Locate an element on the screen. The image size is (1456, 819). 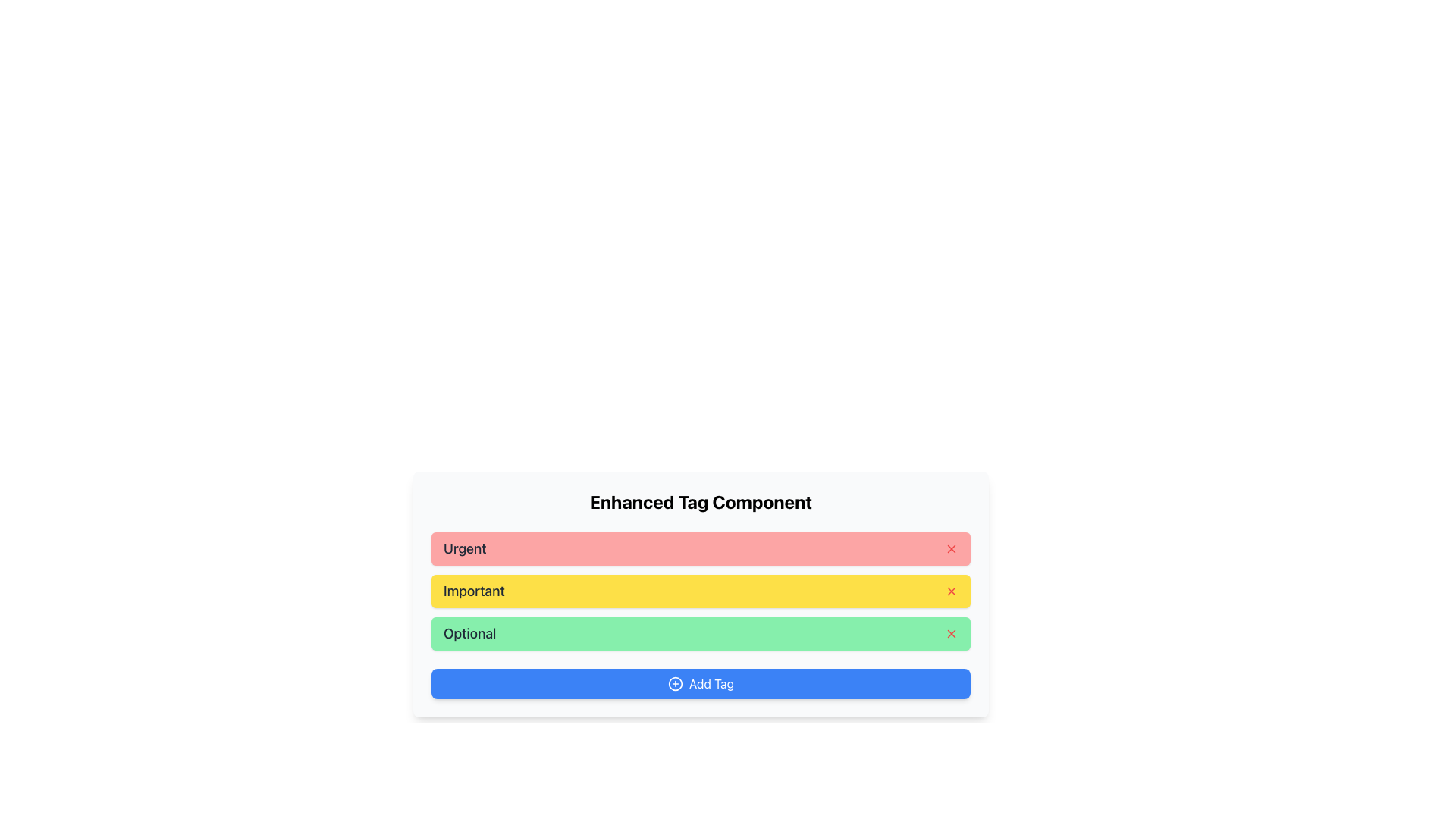
the small red 'X' icon located at the rightmost end of the green rectangle labeled 'Optional' in the vertically stacked list under 'Enhanced Tag Component' is located at coordinates (950, 634).